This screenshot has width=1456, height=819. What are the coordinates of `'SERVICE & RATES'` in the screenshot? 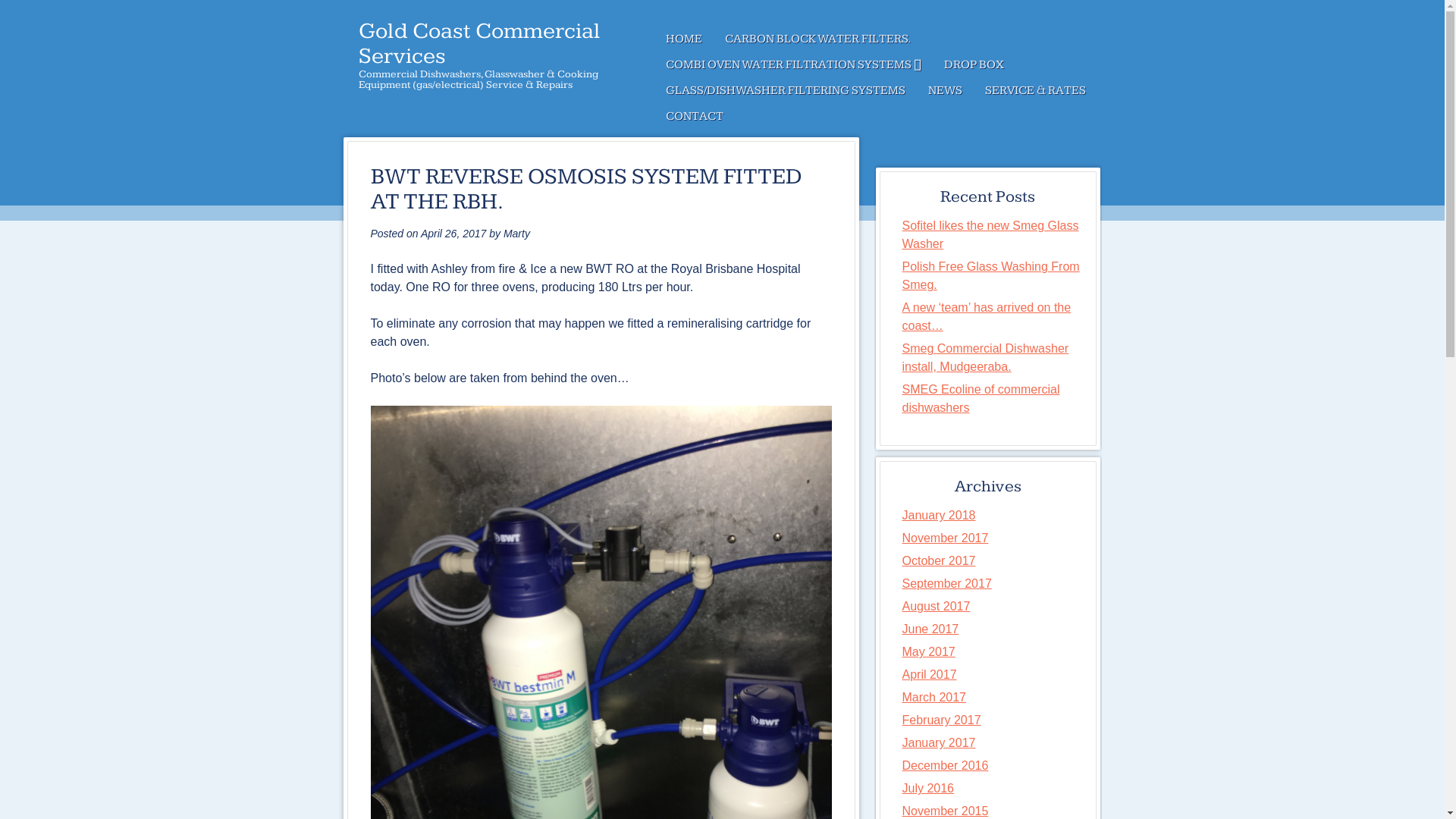 It's located at (1034, 90).